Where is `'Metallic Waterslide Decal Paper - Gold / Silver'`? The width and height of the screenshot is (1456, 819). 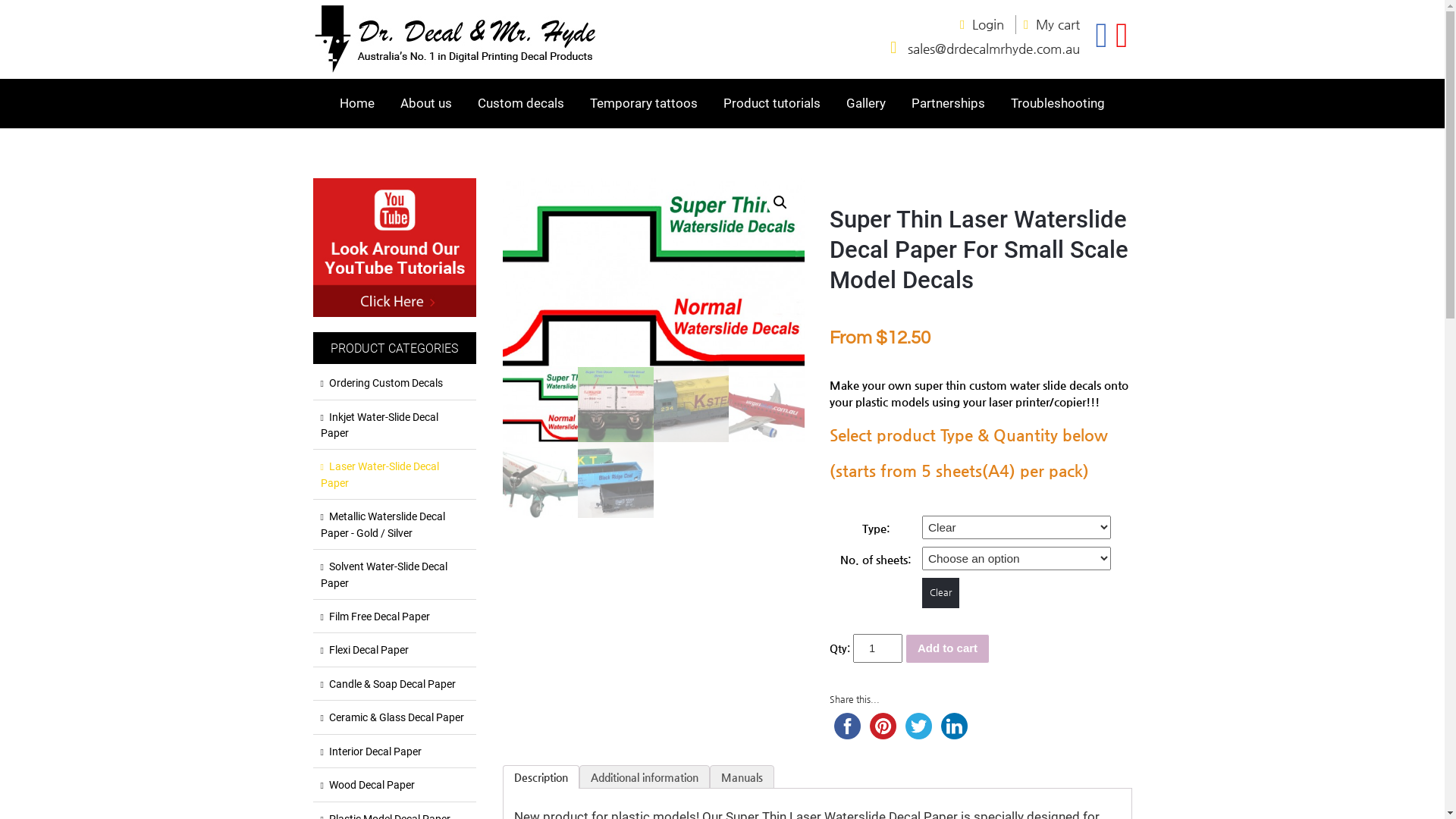 'Metallic Waterslide Decal Paper - Gold / Silver' is located at coordinates (394, 524).